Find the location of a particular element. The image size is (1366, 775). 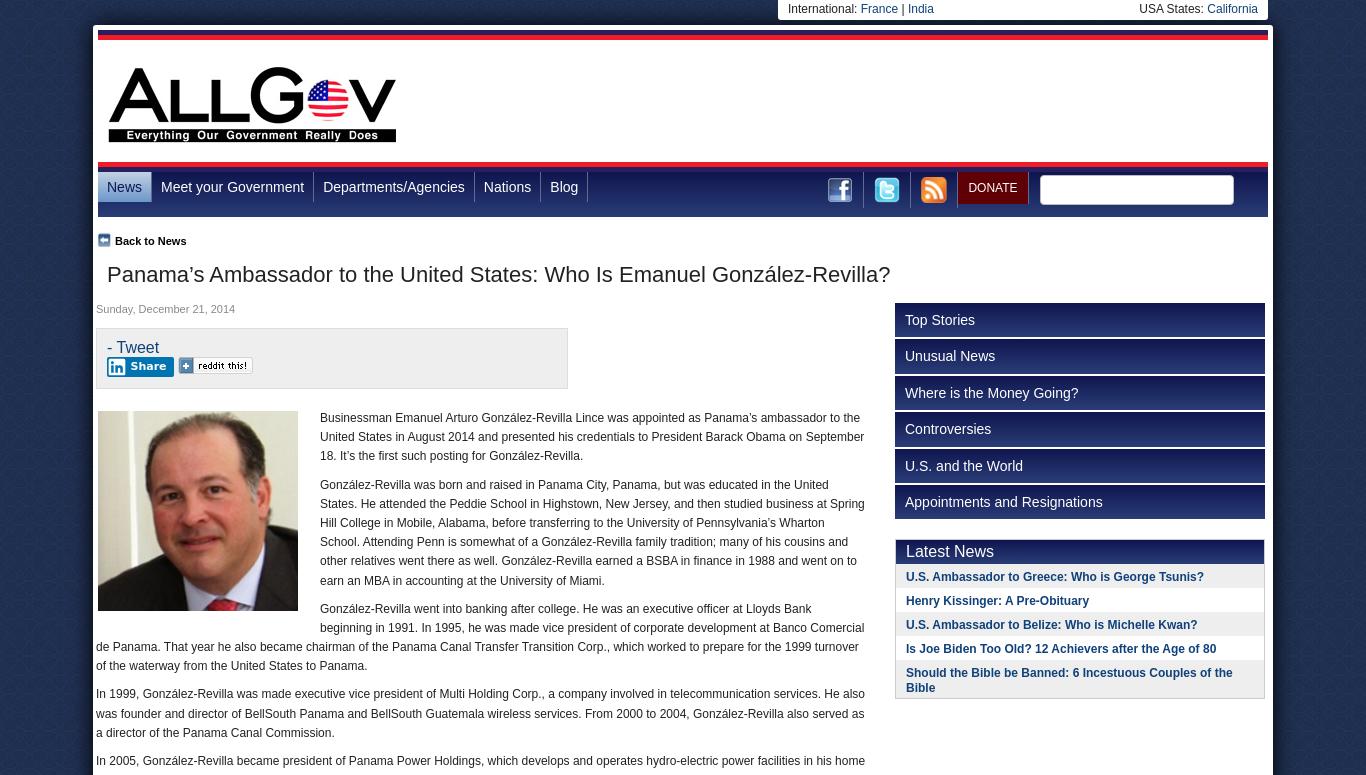

'U.S. Ambassador to Greece: Who is George Tsunis?' is located at coordinates (905, 575).